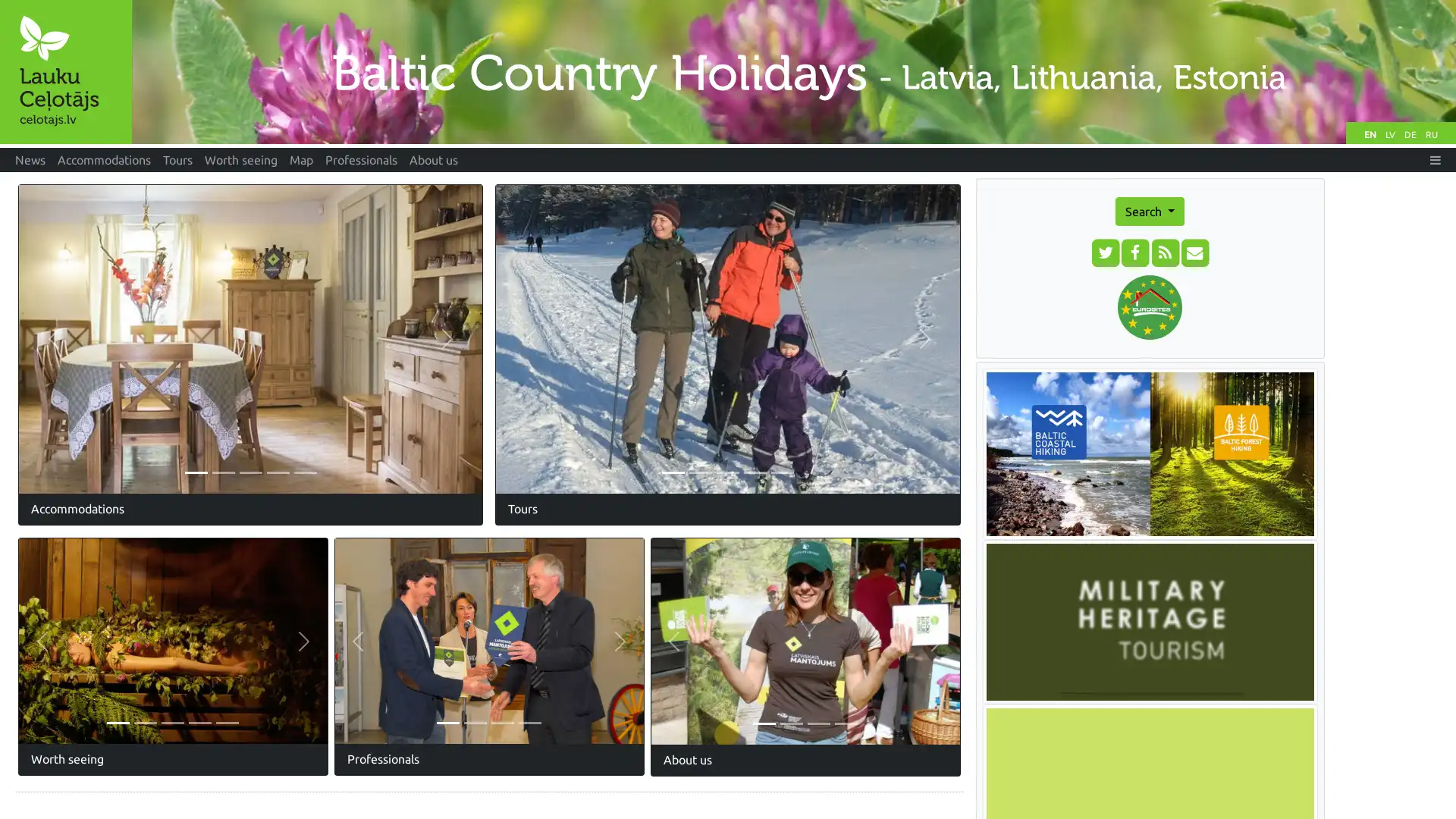 Image resolution: width=1456 pixels, height=819 pixels. I want to click on Previous, so click(42, 641).